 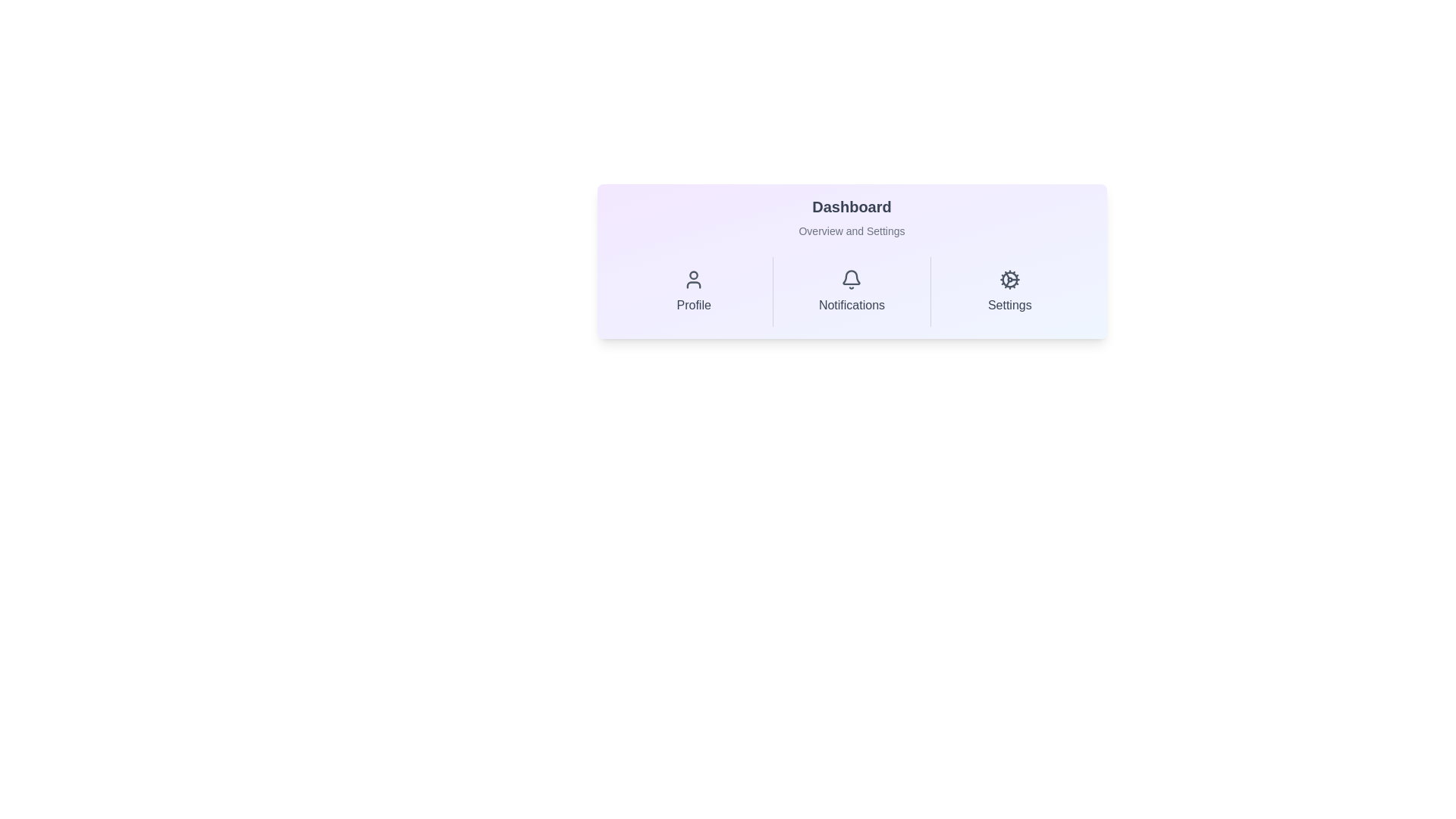 What do you see at coordinates (1009, 292) in the screenshot?
I see `the settings button, which is the third element in a horizontal group of navigation links` at bounding box center [1009, 292].